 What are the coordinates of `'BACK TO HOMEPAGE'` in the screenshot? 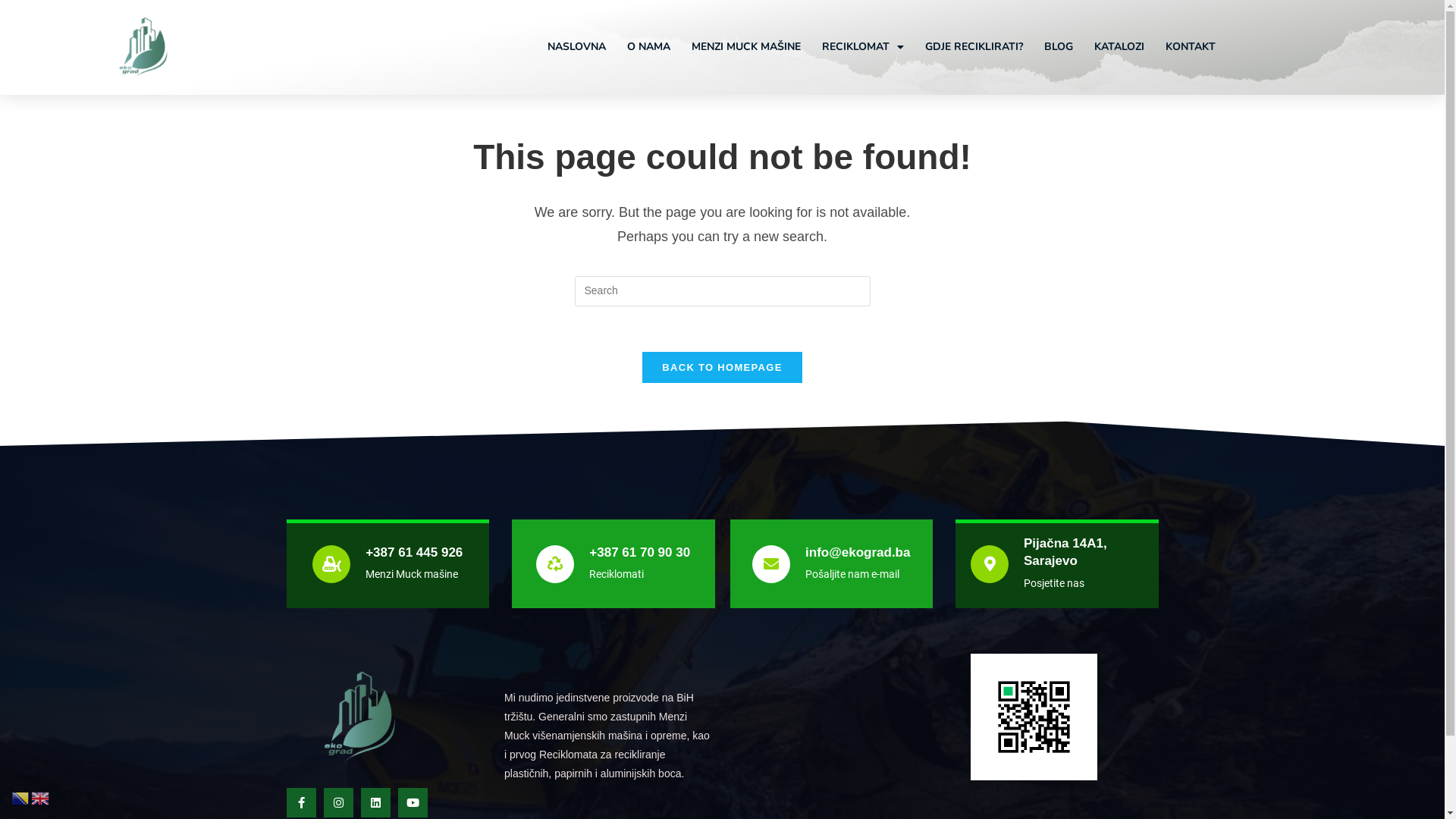 It's located at (642, 367).